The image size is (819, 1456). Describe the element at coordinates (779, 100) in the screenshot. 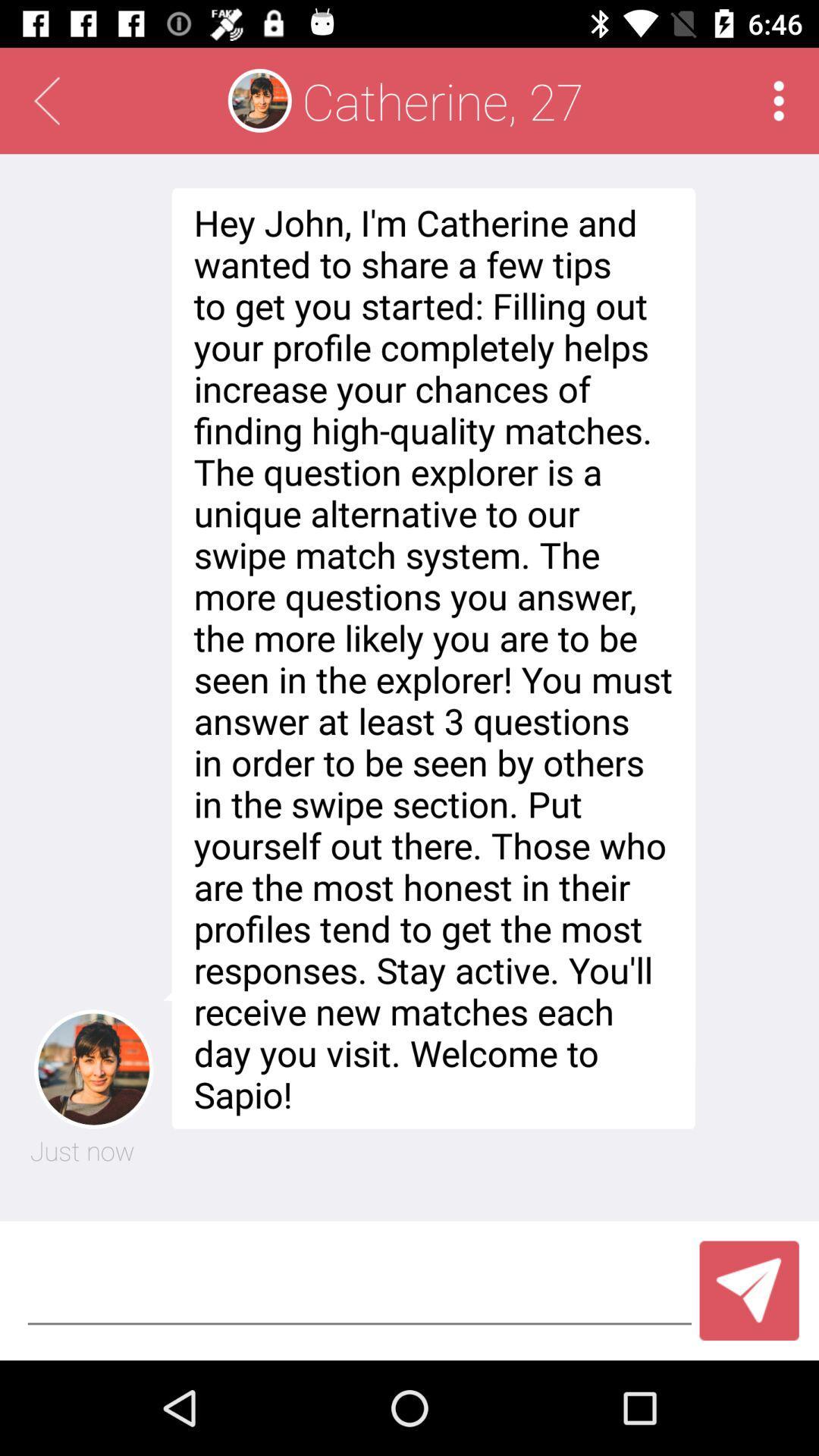

I see `more options` at that location.